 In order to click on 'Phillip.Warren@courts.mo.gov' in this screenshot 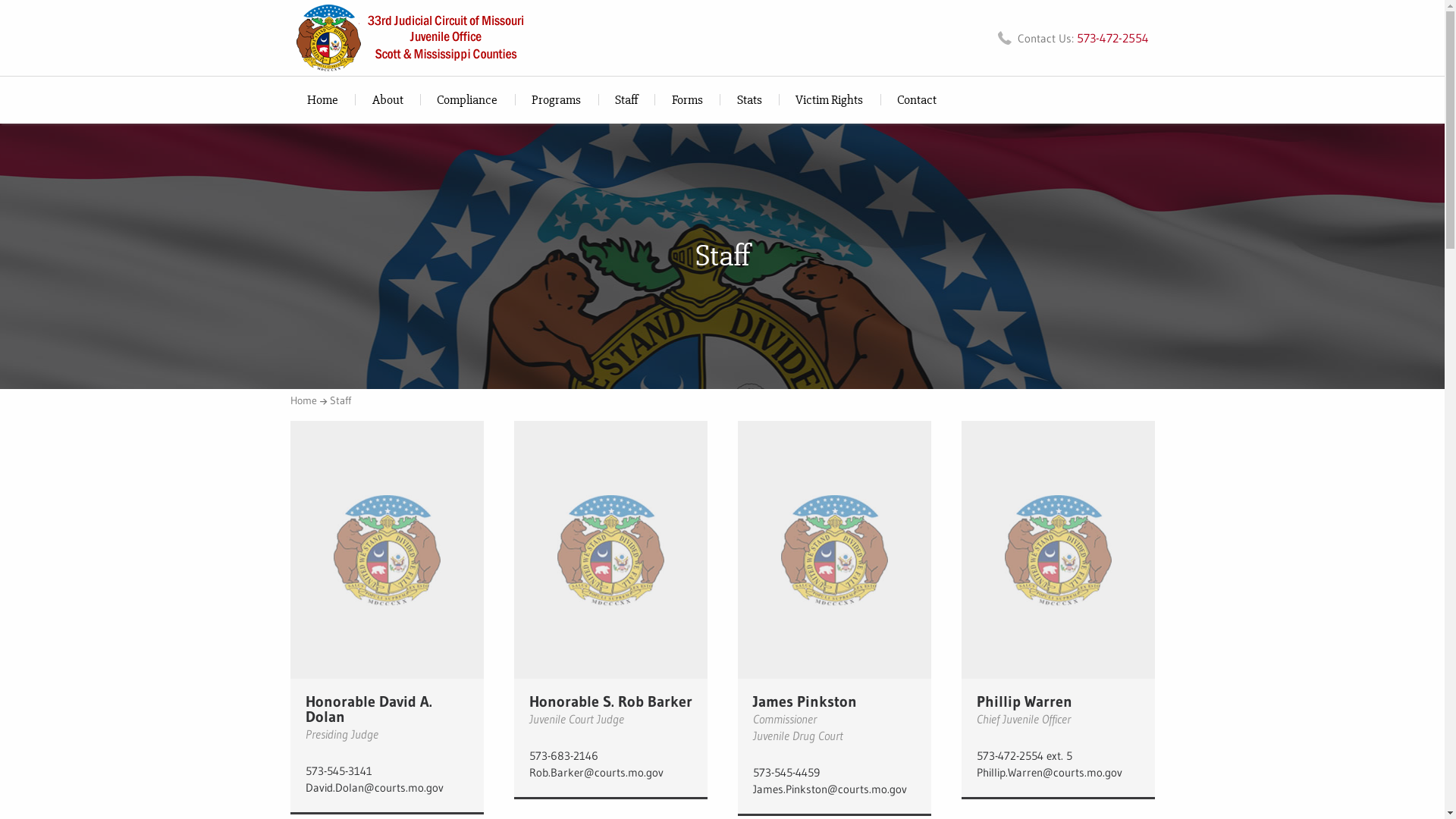, I will do `click(1057, 773)`.